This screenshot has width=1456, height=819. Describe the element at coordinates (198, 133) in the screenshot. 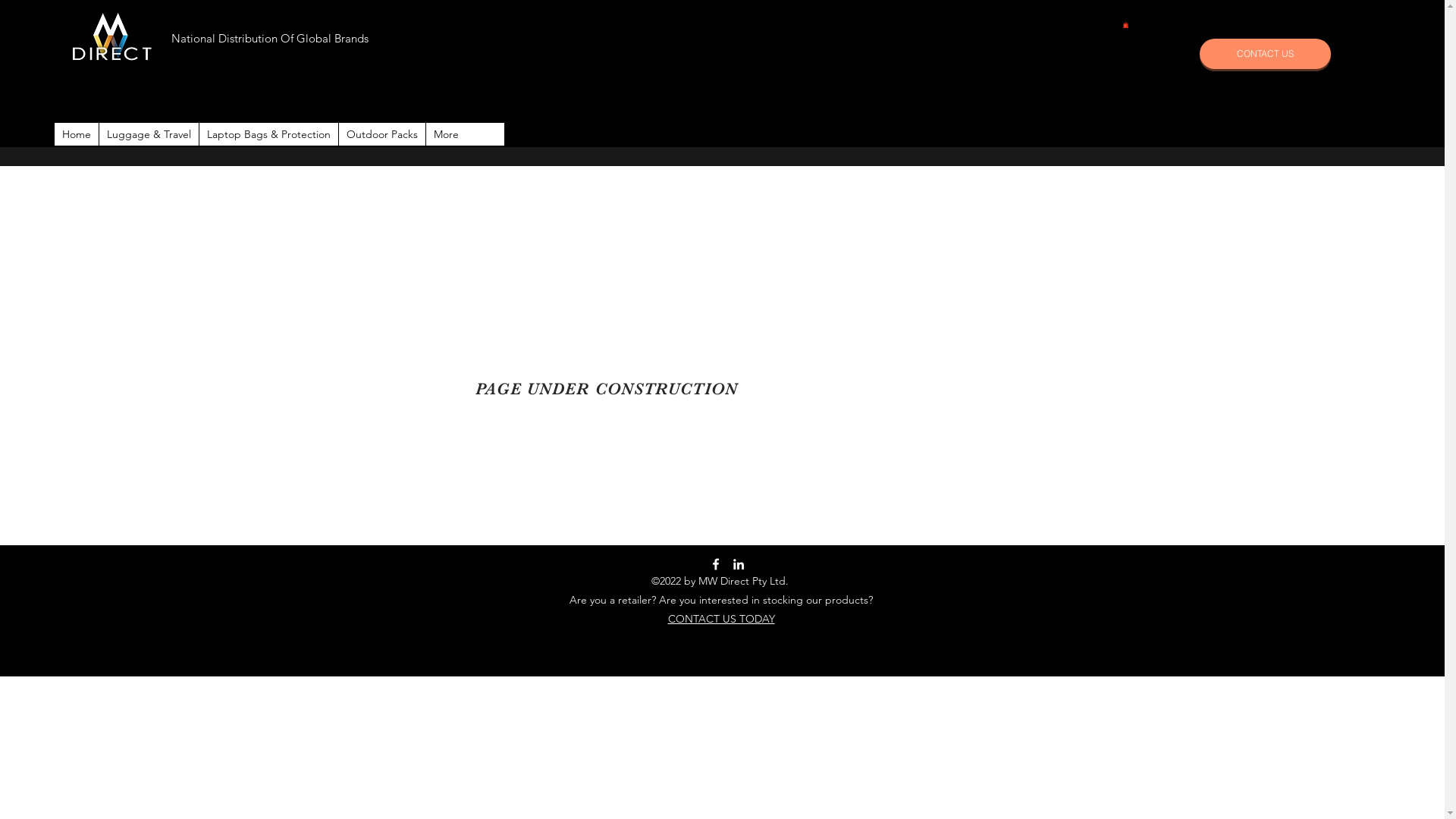

I see `'Laptop Bags & Protection'` at that location.